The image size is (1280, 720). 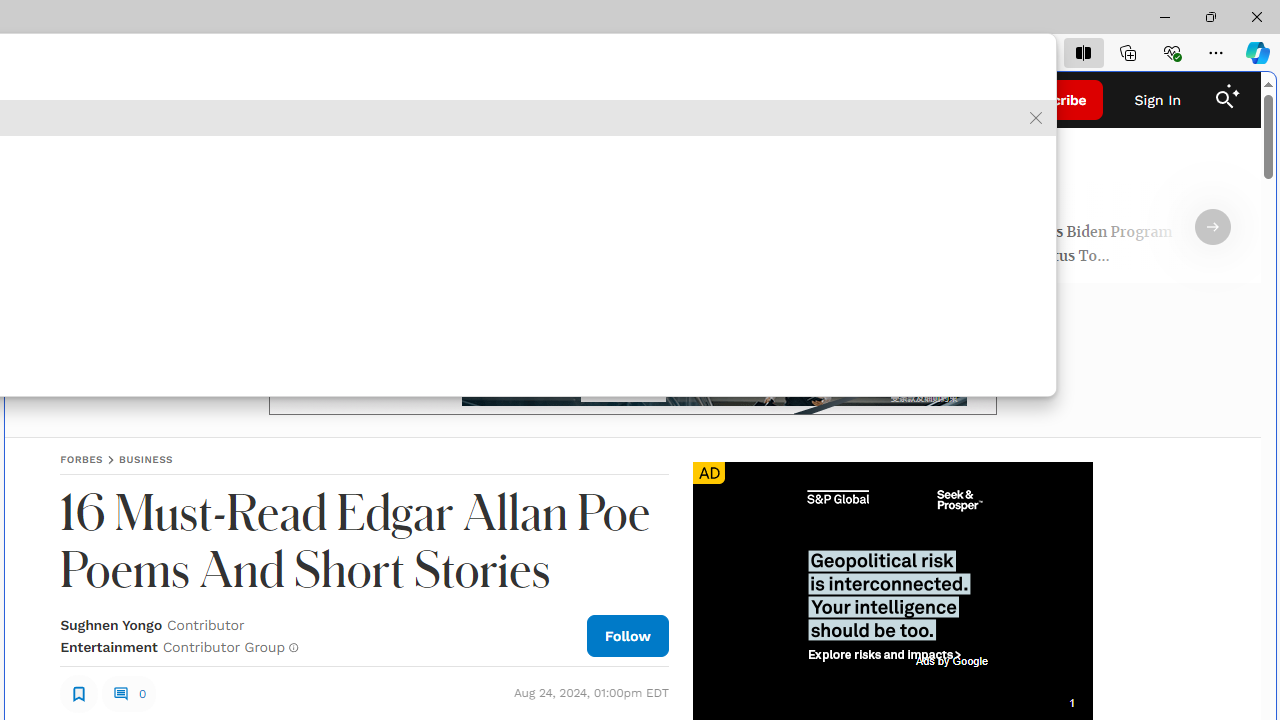 I want to click on 'FORBES', so click(x=80, y=459).